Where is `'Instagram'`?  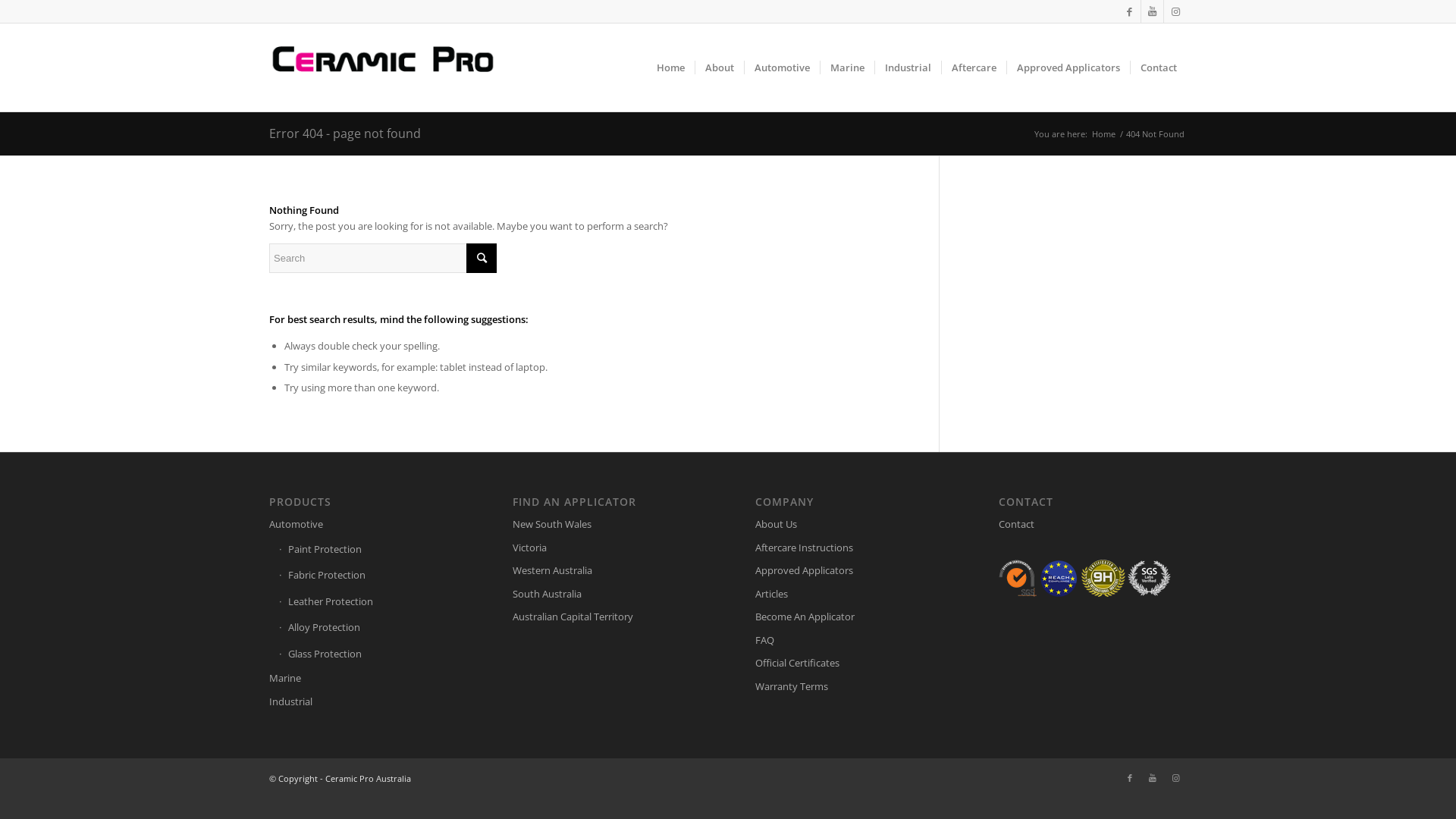
'Instagram' is located at coordinates (1175, 11).